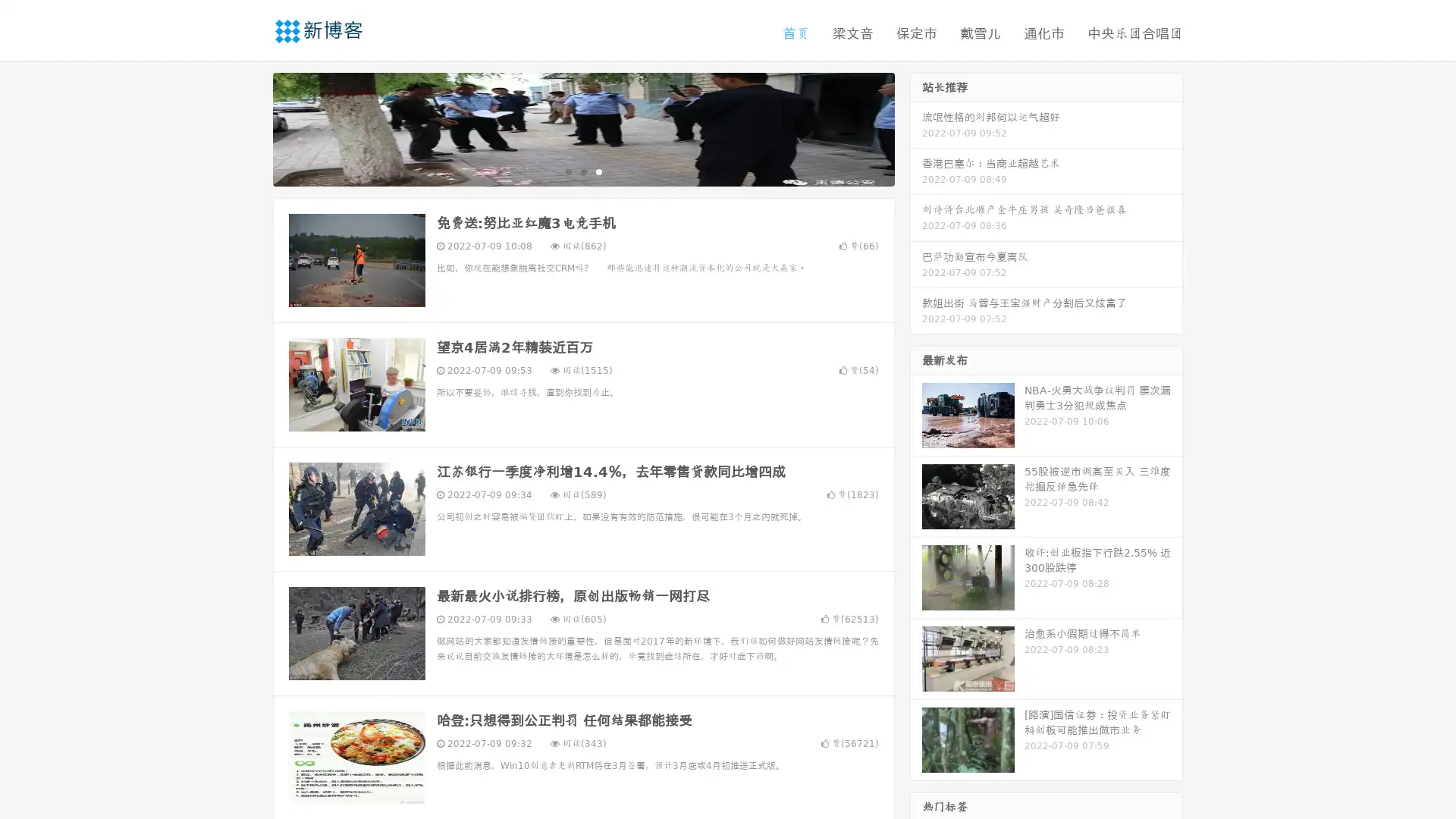 The height and width of the screenshot is (819, 1456). What do you see at coordinates (598, 171) in the screenshot?
I see `Go to slide 3` at bounding box center [598, 171].